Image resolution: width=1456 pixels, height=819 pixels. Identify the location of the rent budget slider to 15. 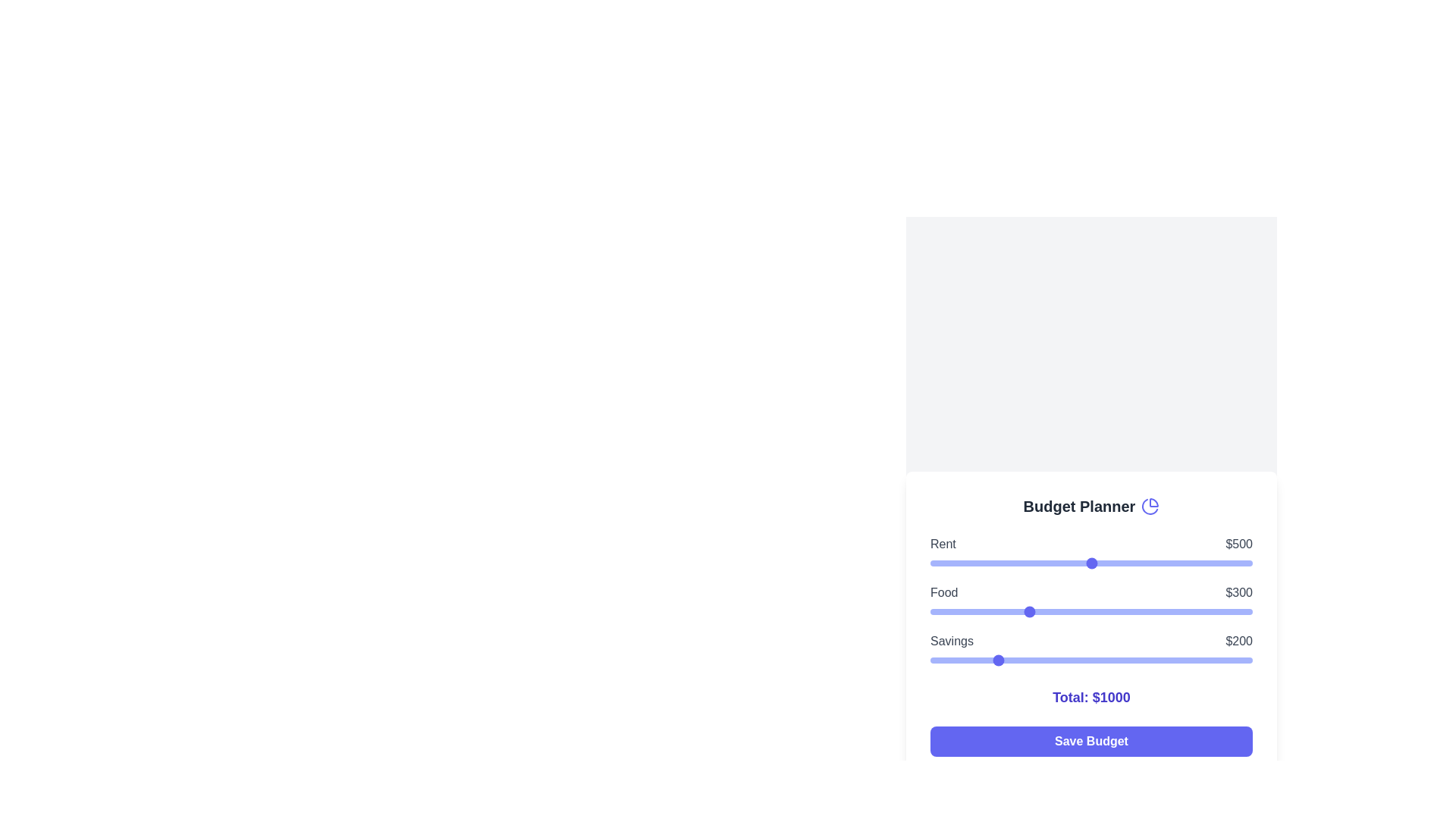
(934, 563).